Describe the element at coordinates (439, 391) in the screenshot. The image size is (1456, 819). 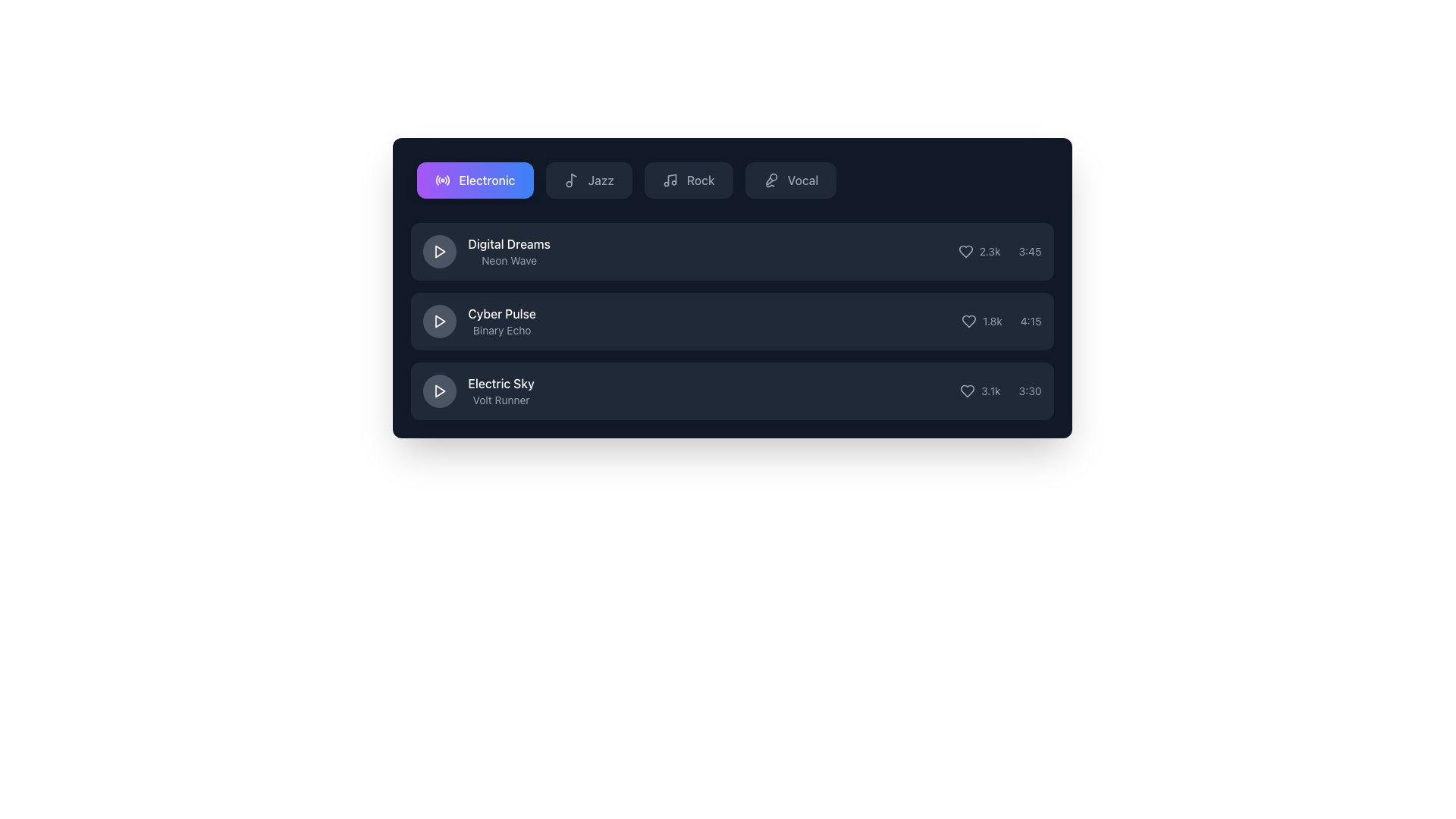
I see `the play icon for the track 'Electric Sky' by 'Volt Runner'` at that location.